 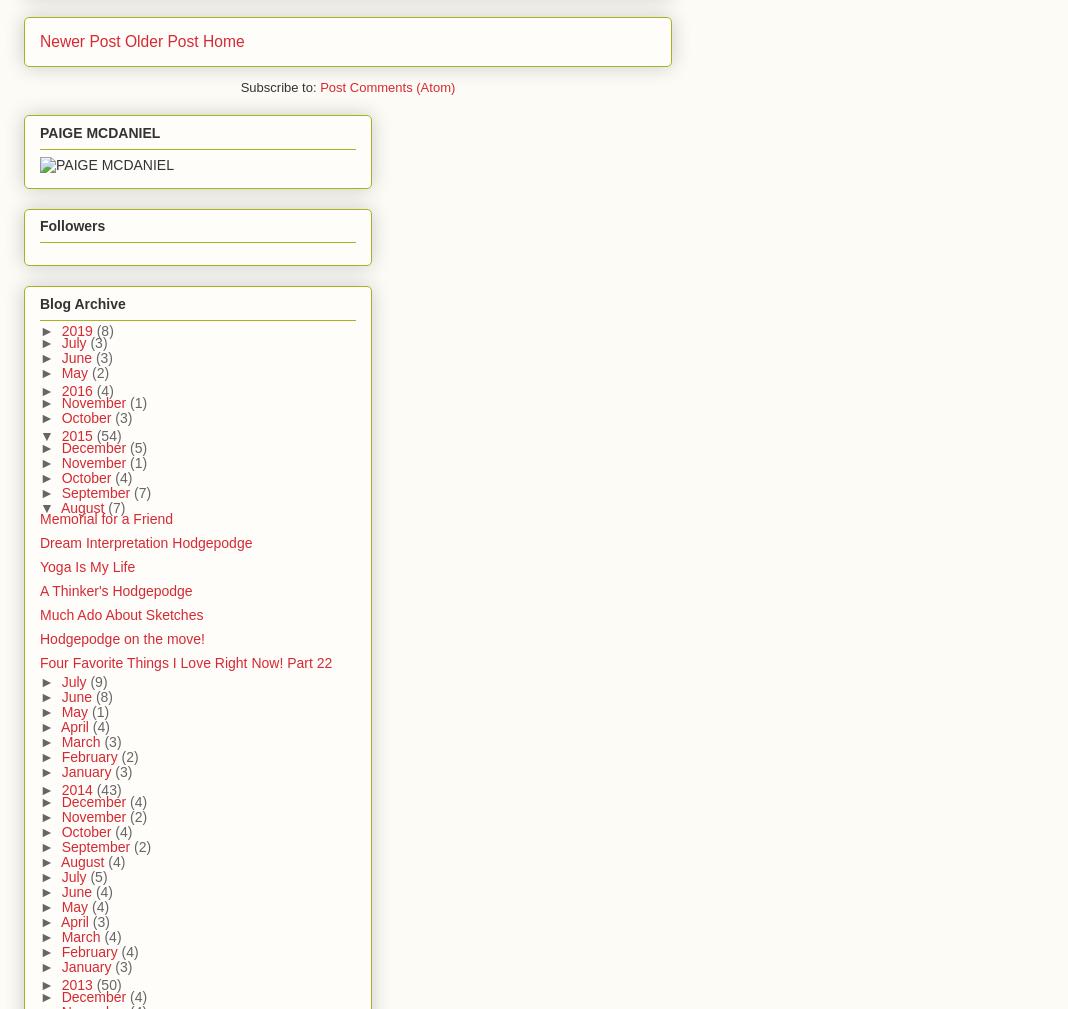 I want to click on '2013', so click(x=77, y=984).